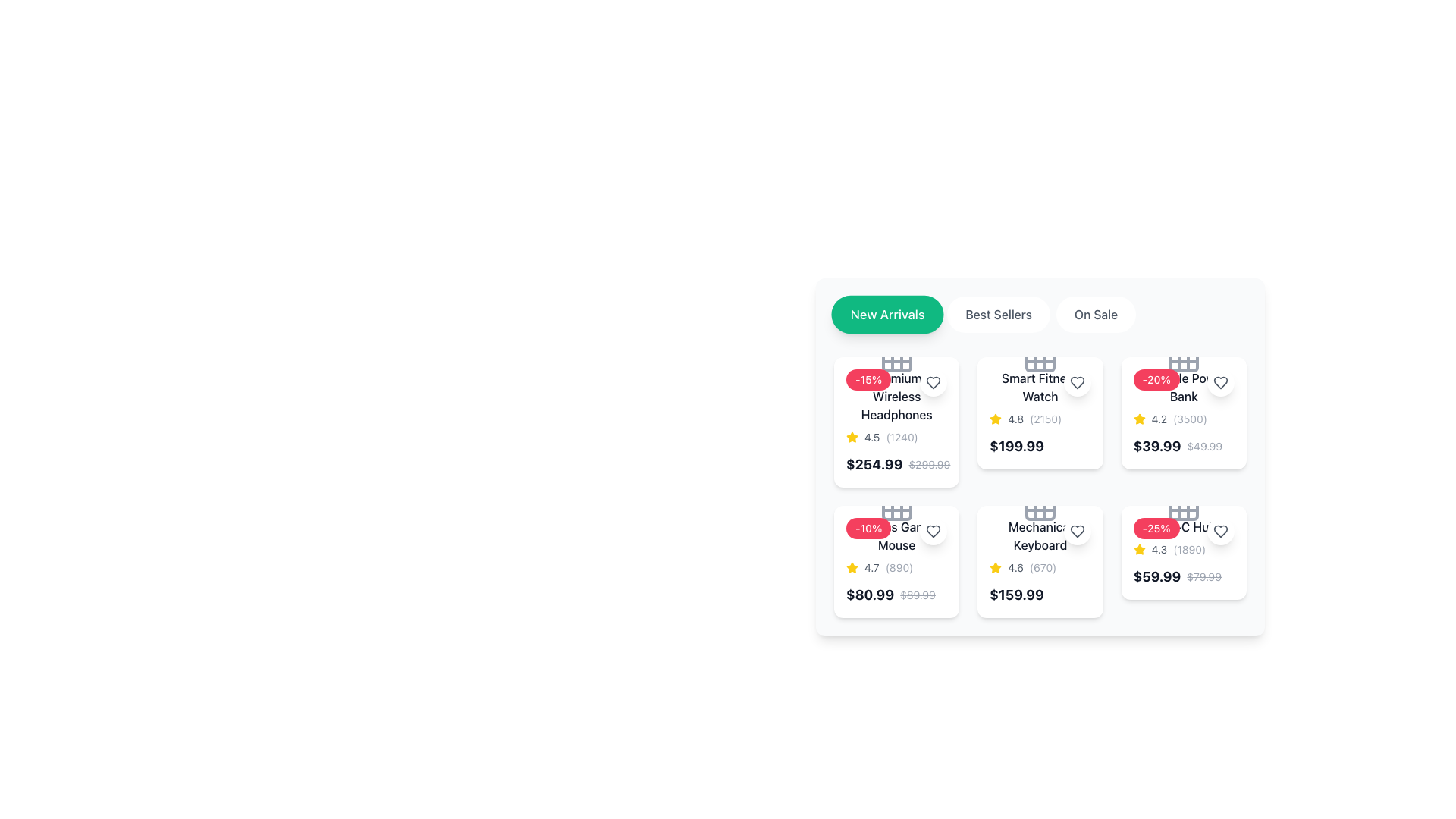 The image size is (1456, 819). Describe the element at coordinates (1040, 413) in the screenshot. I see `the informational card for the smart fitness watch, located in the center of the second row of the product grid, which is the second product card from the left` at that location.